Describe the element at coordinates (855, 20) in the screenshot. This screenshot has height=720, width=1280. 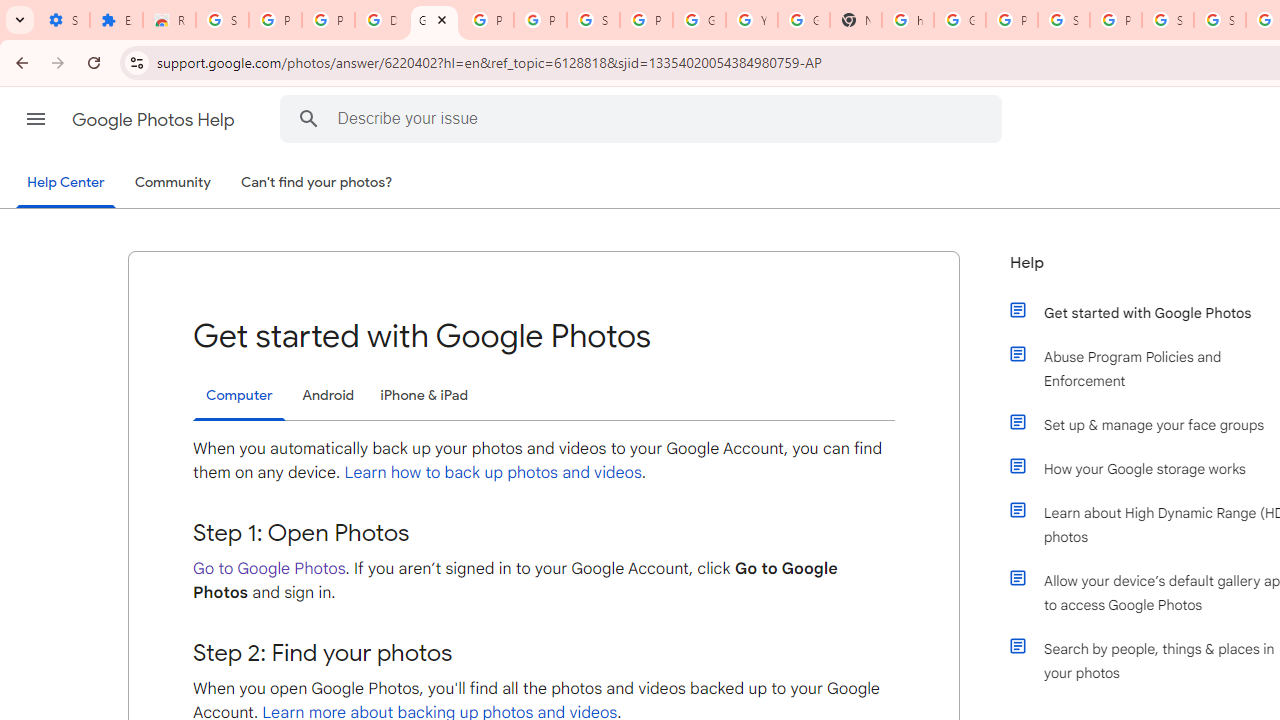
I see `'New Tab'` at that location.